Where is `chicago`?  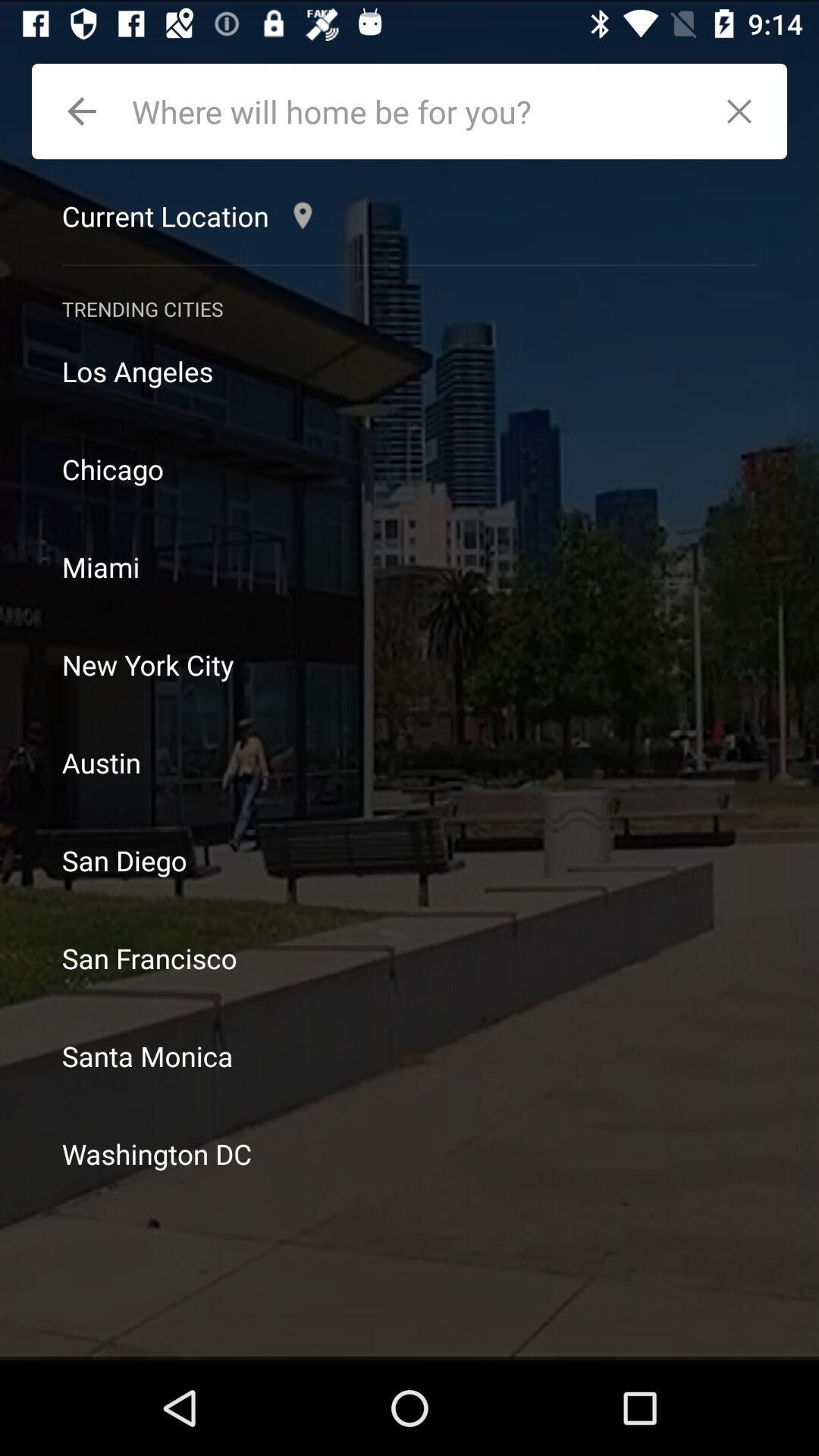
chicago is located at coordinates (409, 468).